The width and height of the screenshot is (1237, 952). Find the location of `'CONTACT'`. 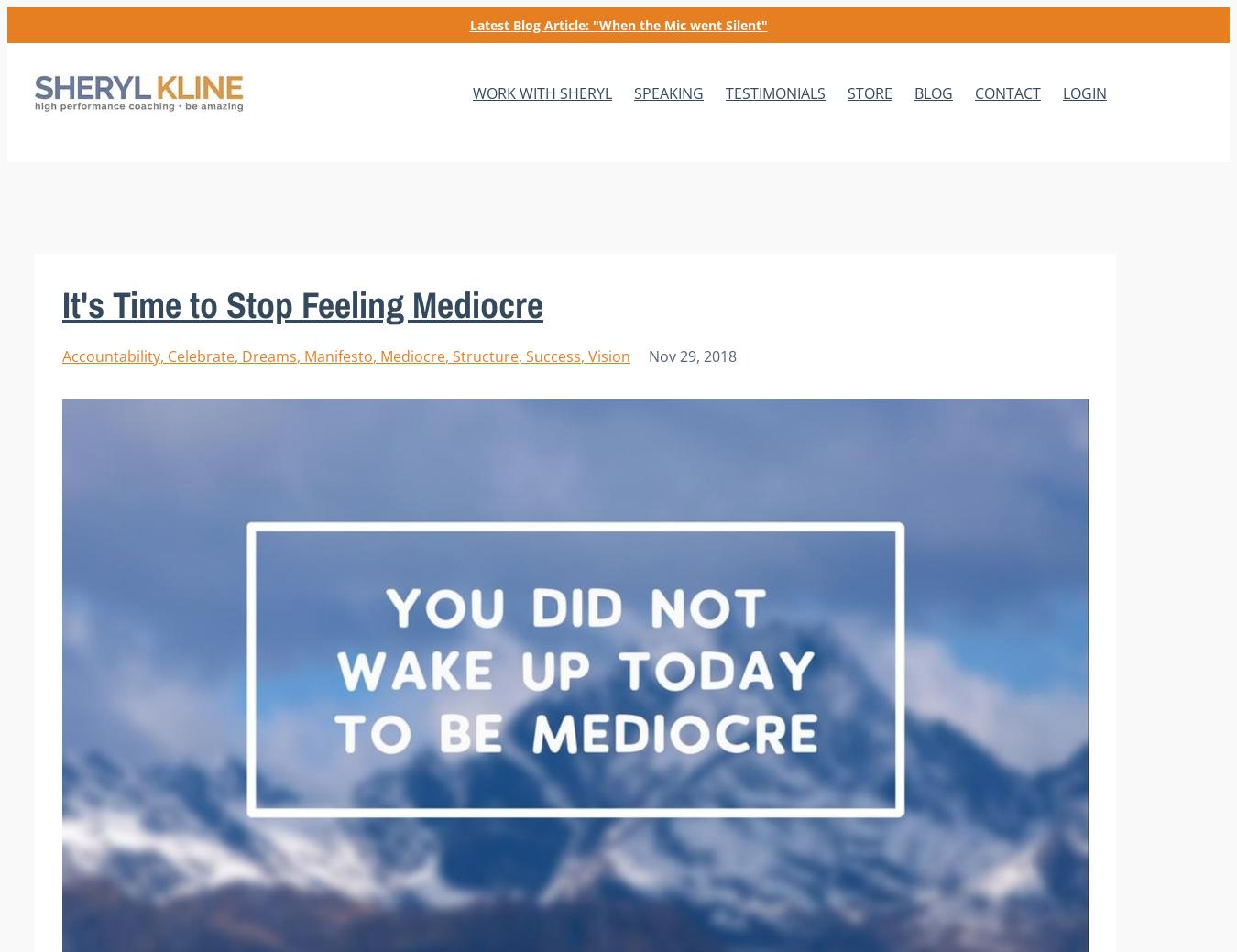

'CONTACT' is located at coordinates (1007, 93).